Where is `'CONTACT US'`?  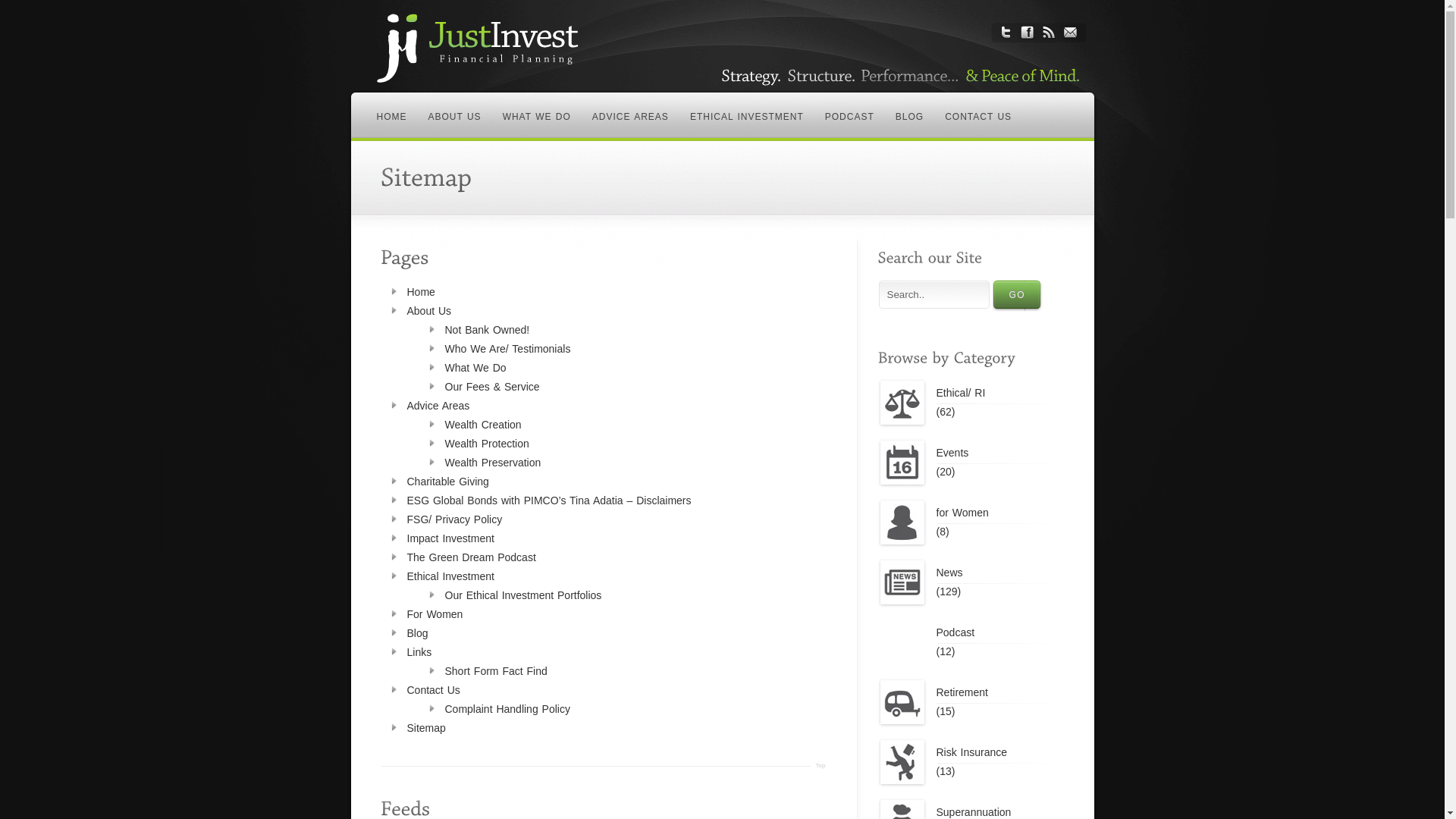
'CONTACT US' is located at coordinates (978, 116).